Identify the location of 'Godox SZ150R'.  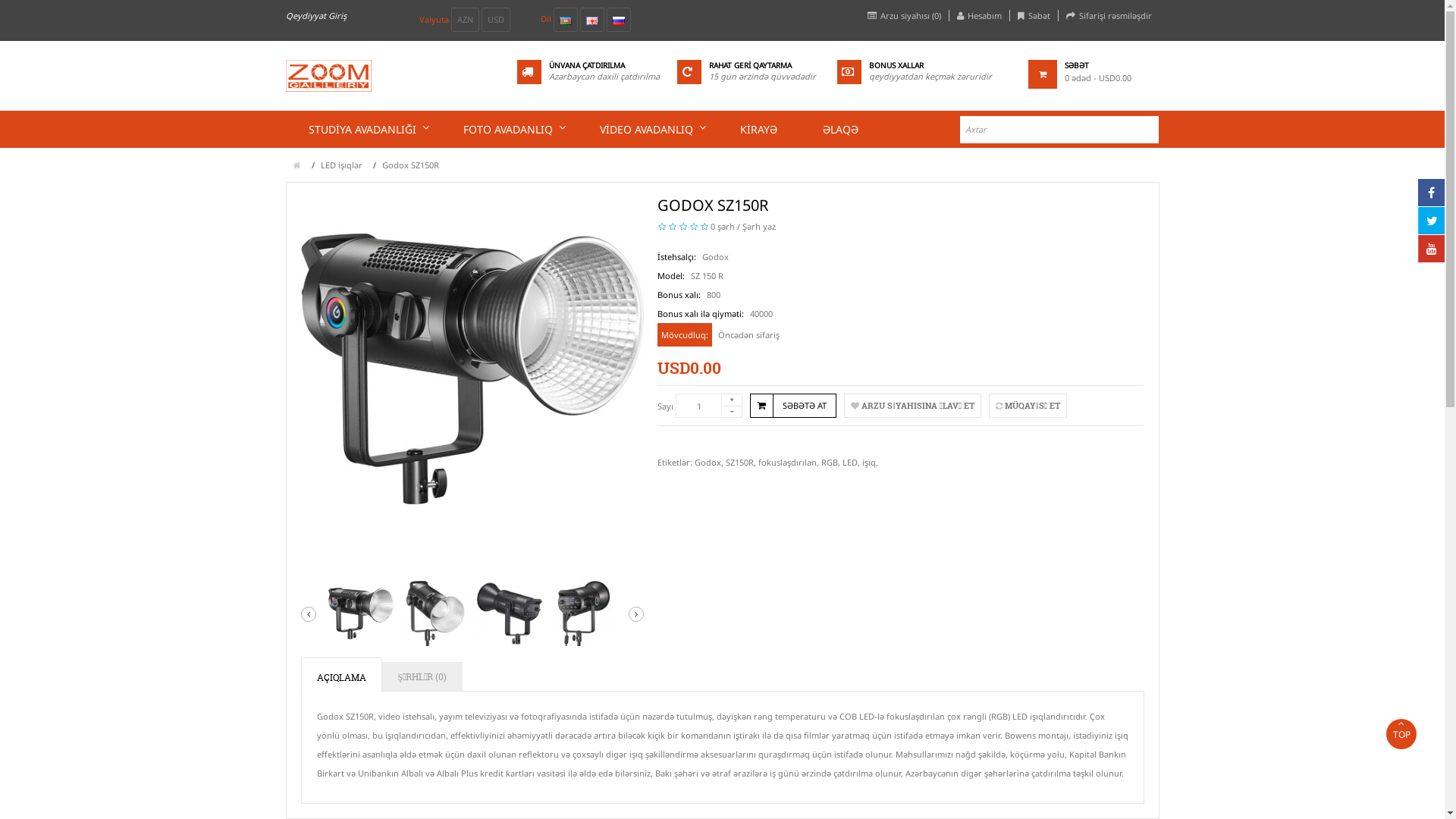
(300, 369).